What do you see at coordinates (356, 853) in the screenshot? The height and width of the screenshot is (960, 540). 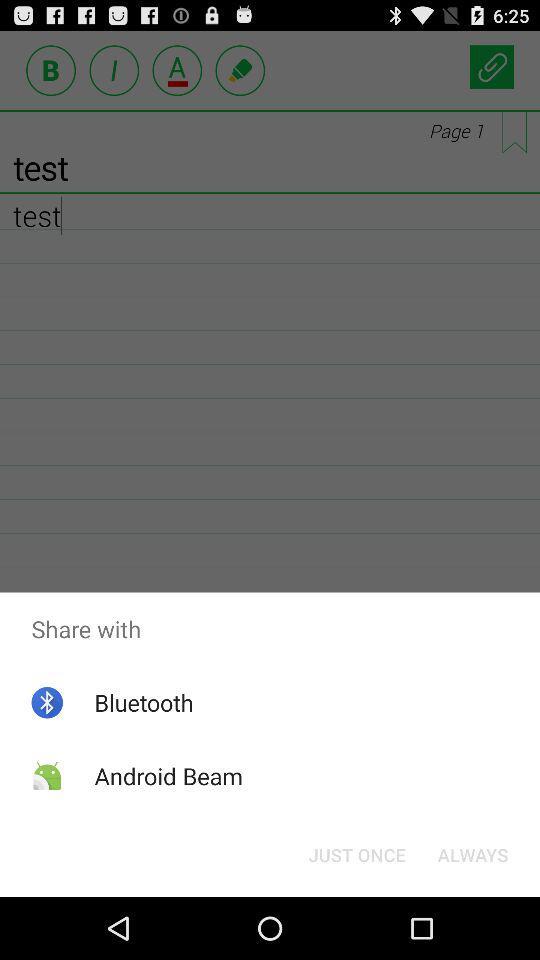 I see `item to the left of always button` at bounding box center [356, 853].